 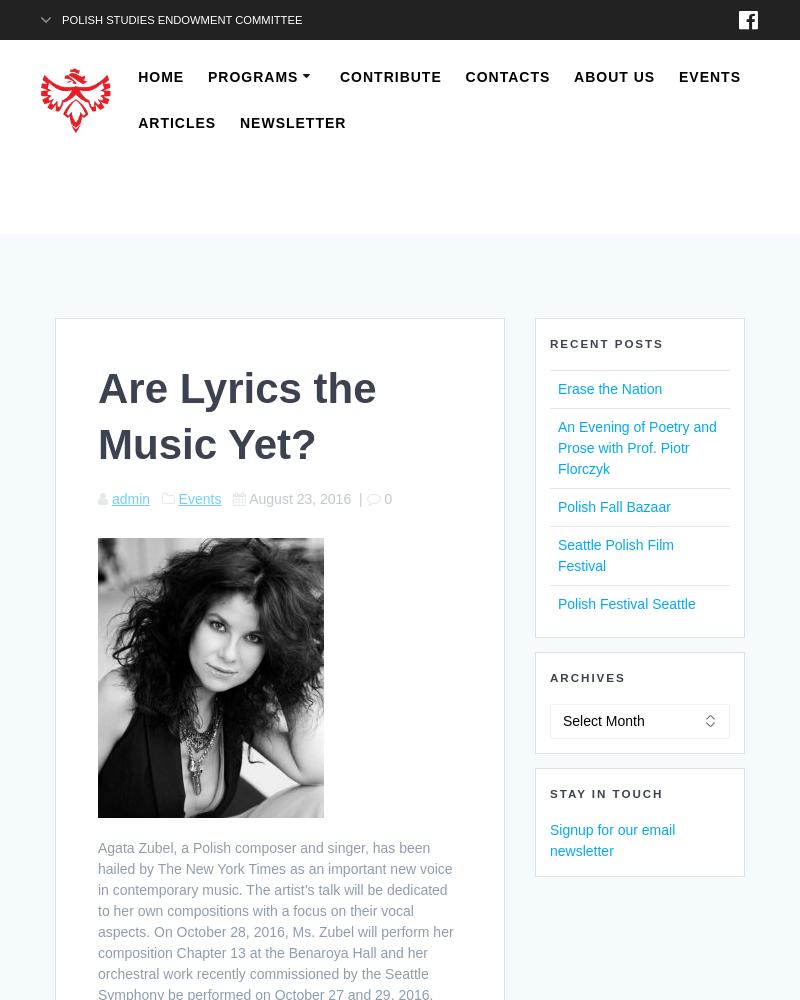 I want to click on 'About Us', so click(x=614, y=75).